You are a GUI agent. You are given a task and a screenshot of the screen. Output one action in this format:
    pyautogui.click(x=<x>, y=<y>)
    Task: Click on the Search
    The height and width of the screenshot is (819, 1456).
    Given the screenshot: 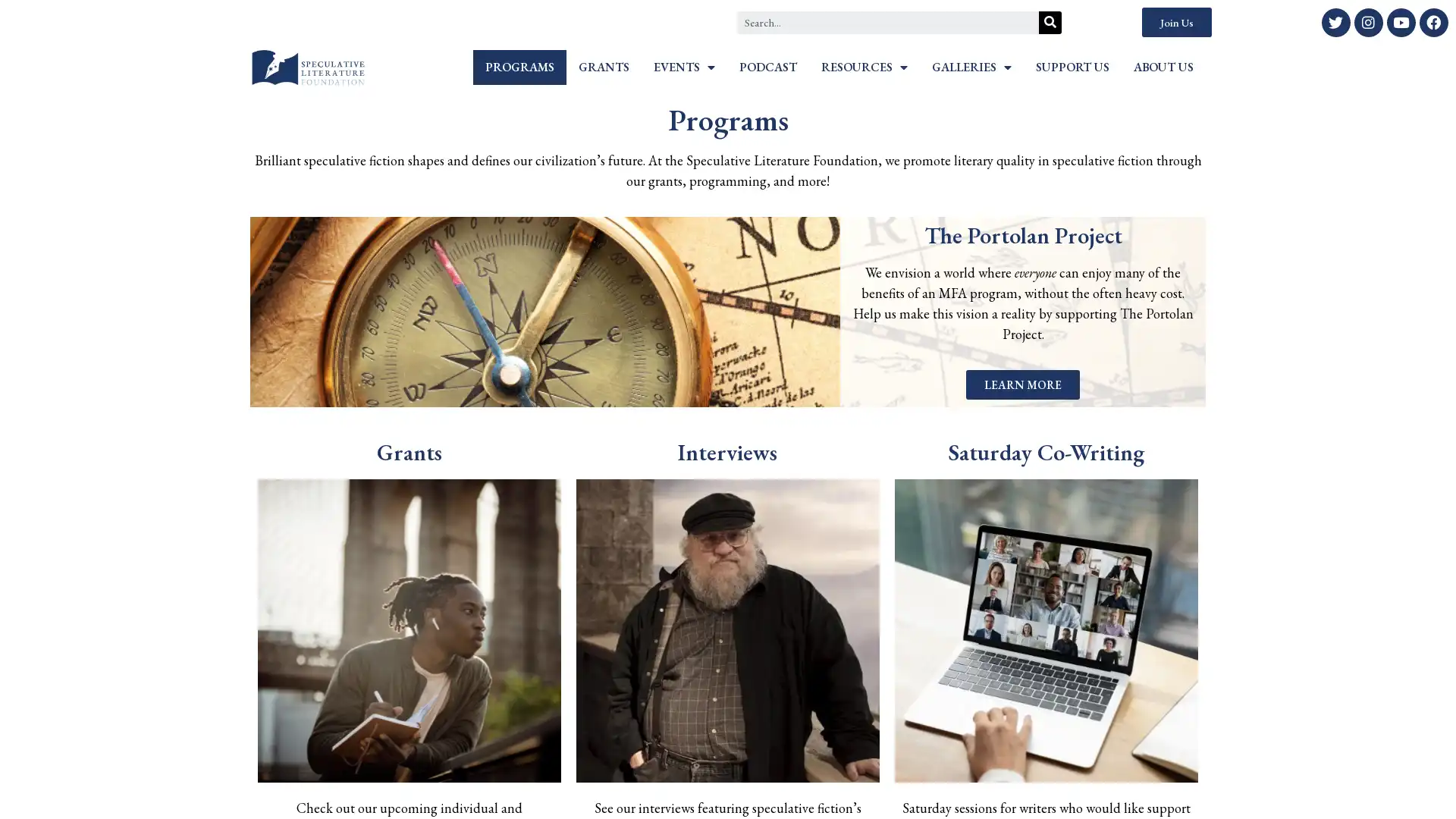 What is the action you would take?
    pyautogui.click(x=1050, y=22)
    